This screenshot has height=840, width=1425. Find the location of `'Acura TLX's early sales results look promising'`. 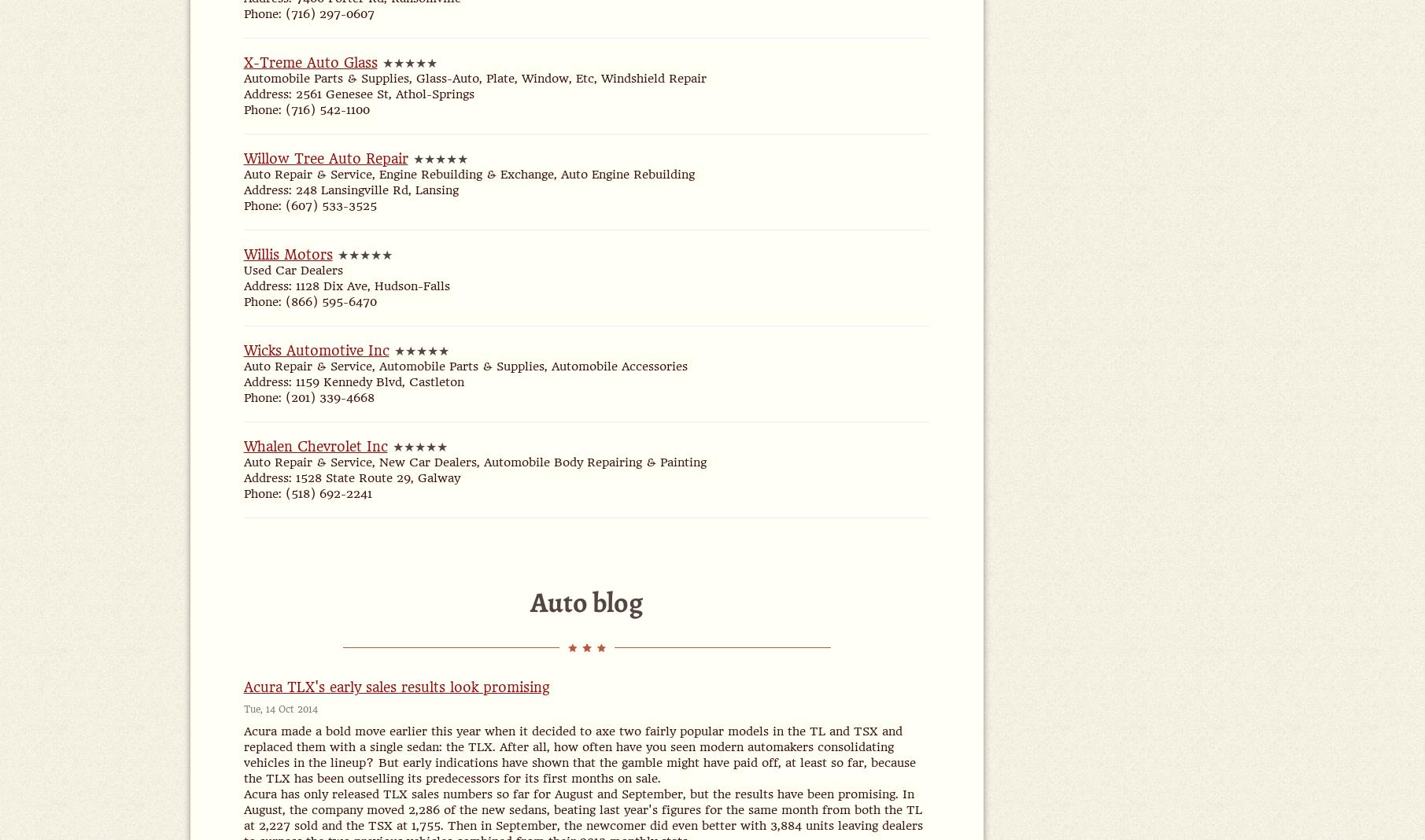

'Acura TLX's early sales results look promising' is located at coordinates (395, 687).